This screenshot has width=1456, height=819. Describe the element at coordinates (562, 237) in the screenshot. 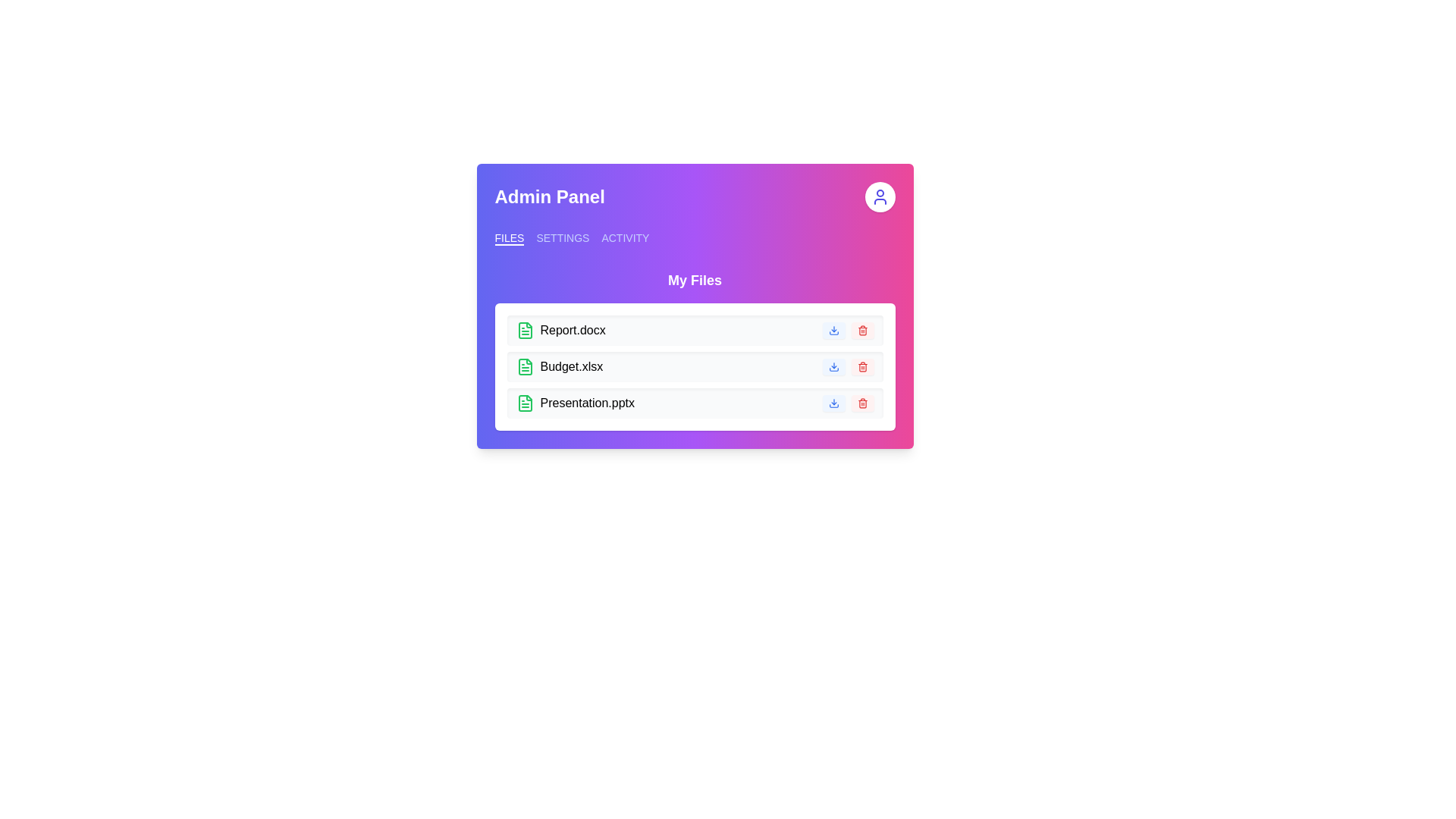

I see `the 'SETTINGS' navigation label, which is styled with light indigo text color and is positioned between the 'FILES' and 'ACTIVITY' labels in the navigation bar` at that location.